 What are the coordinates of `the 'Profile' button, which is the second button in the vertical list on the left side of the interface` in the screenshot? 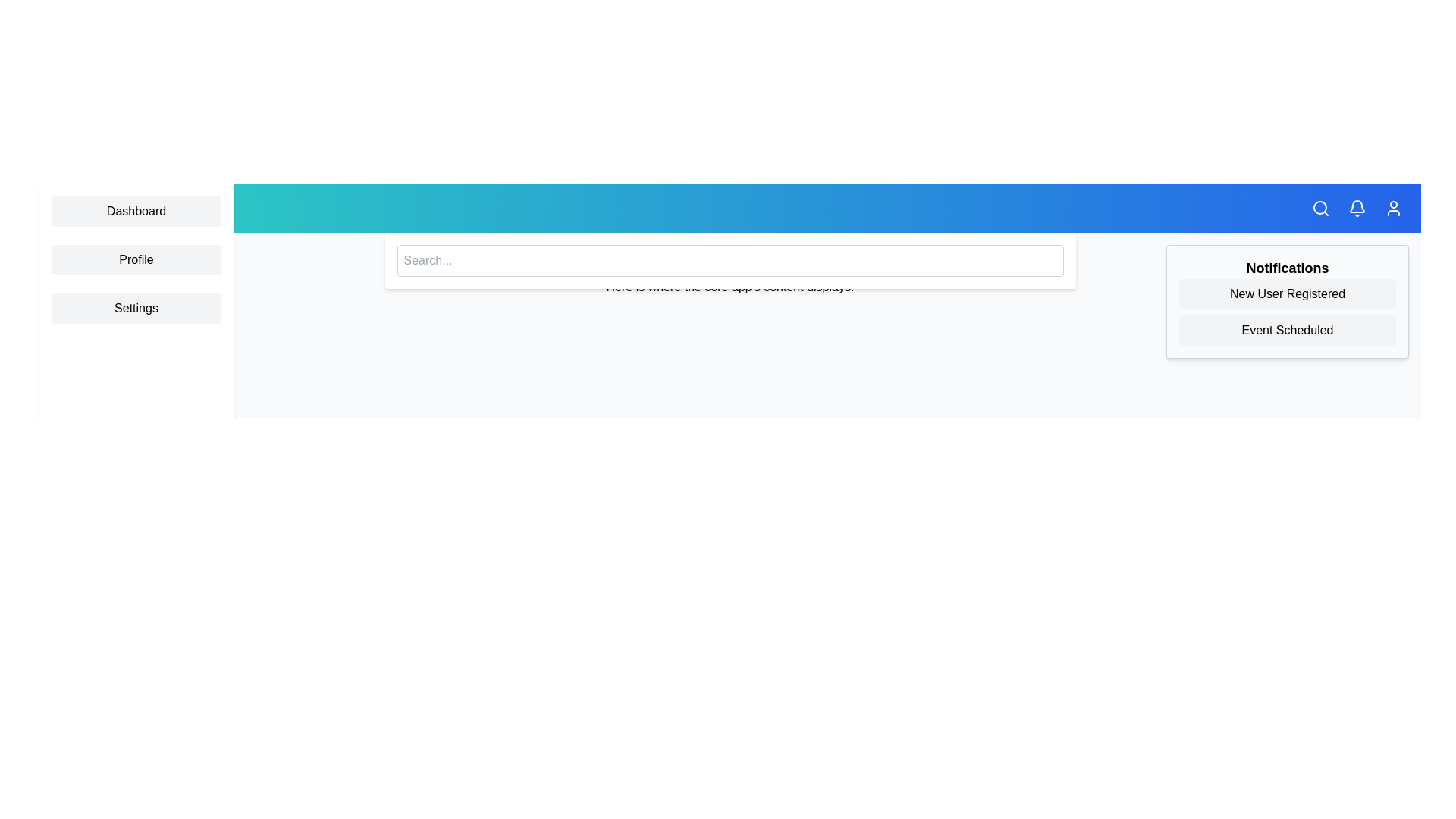 It's located at (136, 259).